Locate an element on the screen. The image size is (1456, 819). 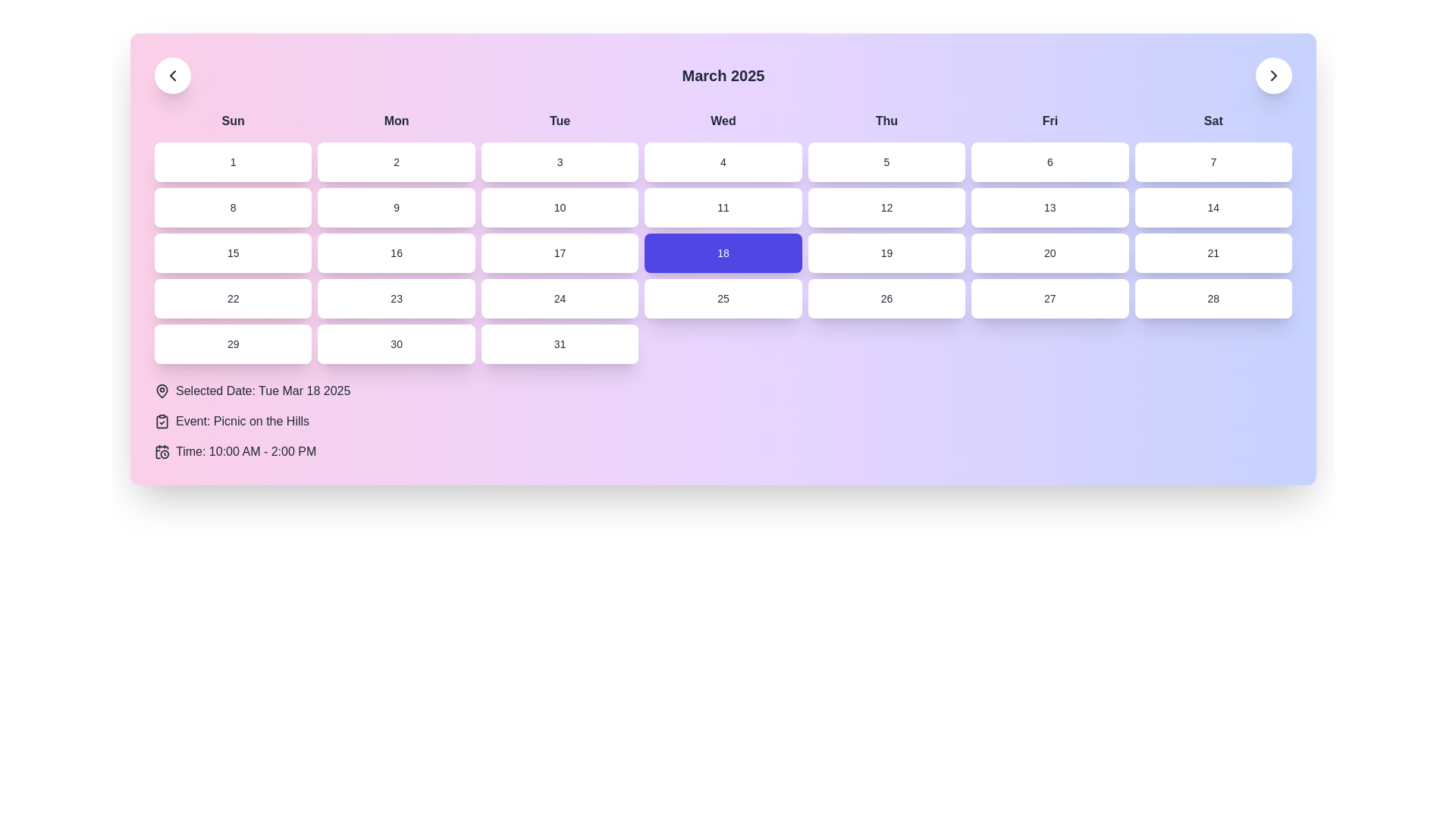
the text label reading 'March 2025', which is centrally aligned within the top bar of the calendar interface is located at coordinates (723, 76).